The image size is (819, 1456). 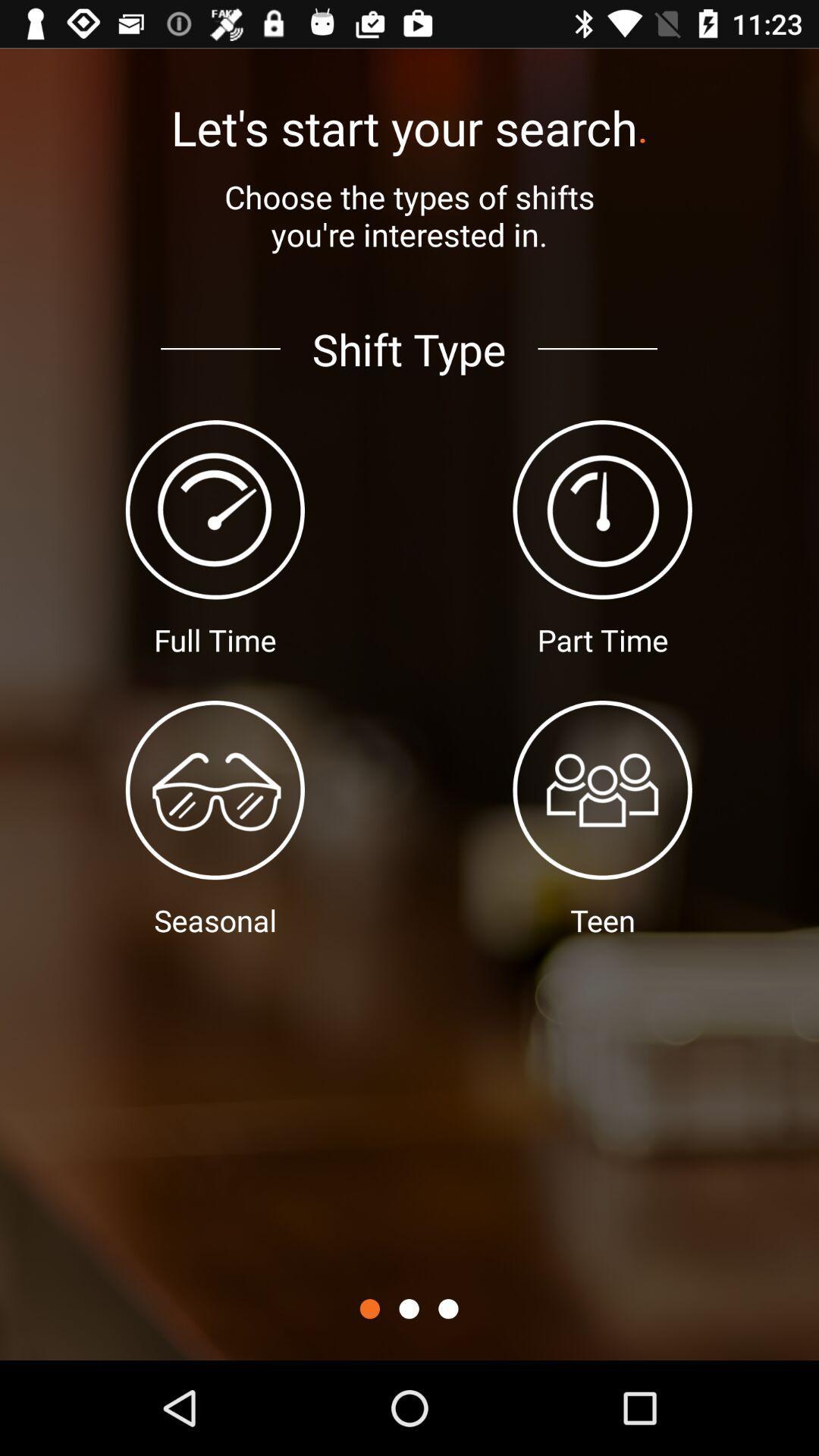 I want to click on first menu page, so click(x=369, y=1308).